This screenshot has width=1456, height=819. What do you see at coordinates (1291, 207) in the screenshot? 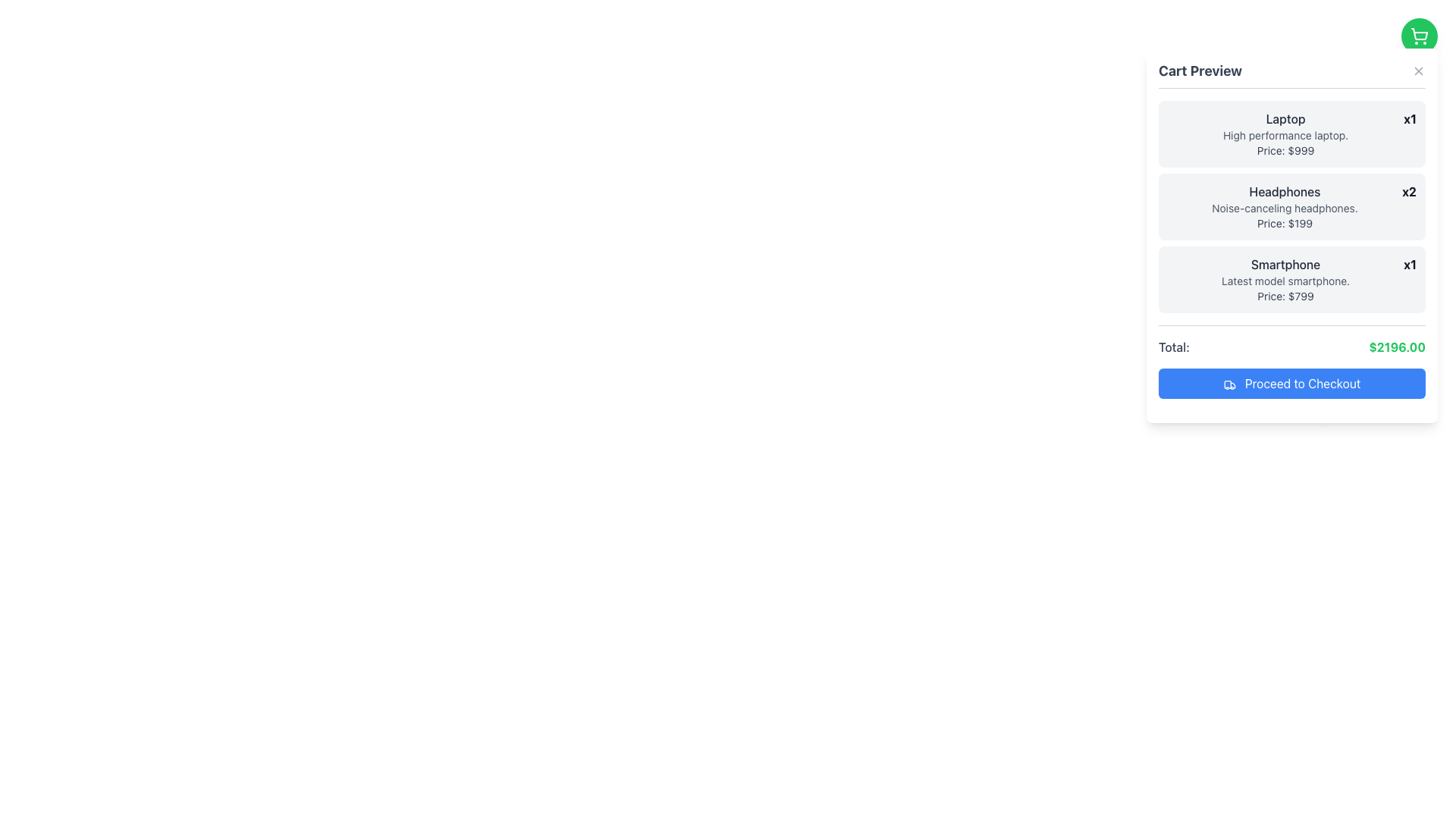
I see `text information from the second item in the shopping cart preview modal, which provides details about a specific item, including its name, description, price, and quantity` at bounding box center [1291, 207].